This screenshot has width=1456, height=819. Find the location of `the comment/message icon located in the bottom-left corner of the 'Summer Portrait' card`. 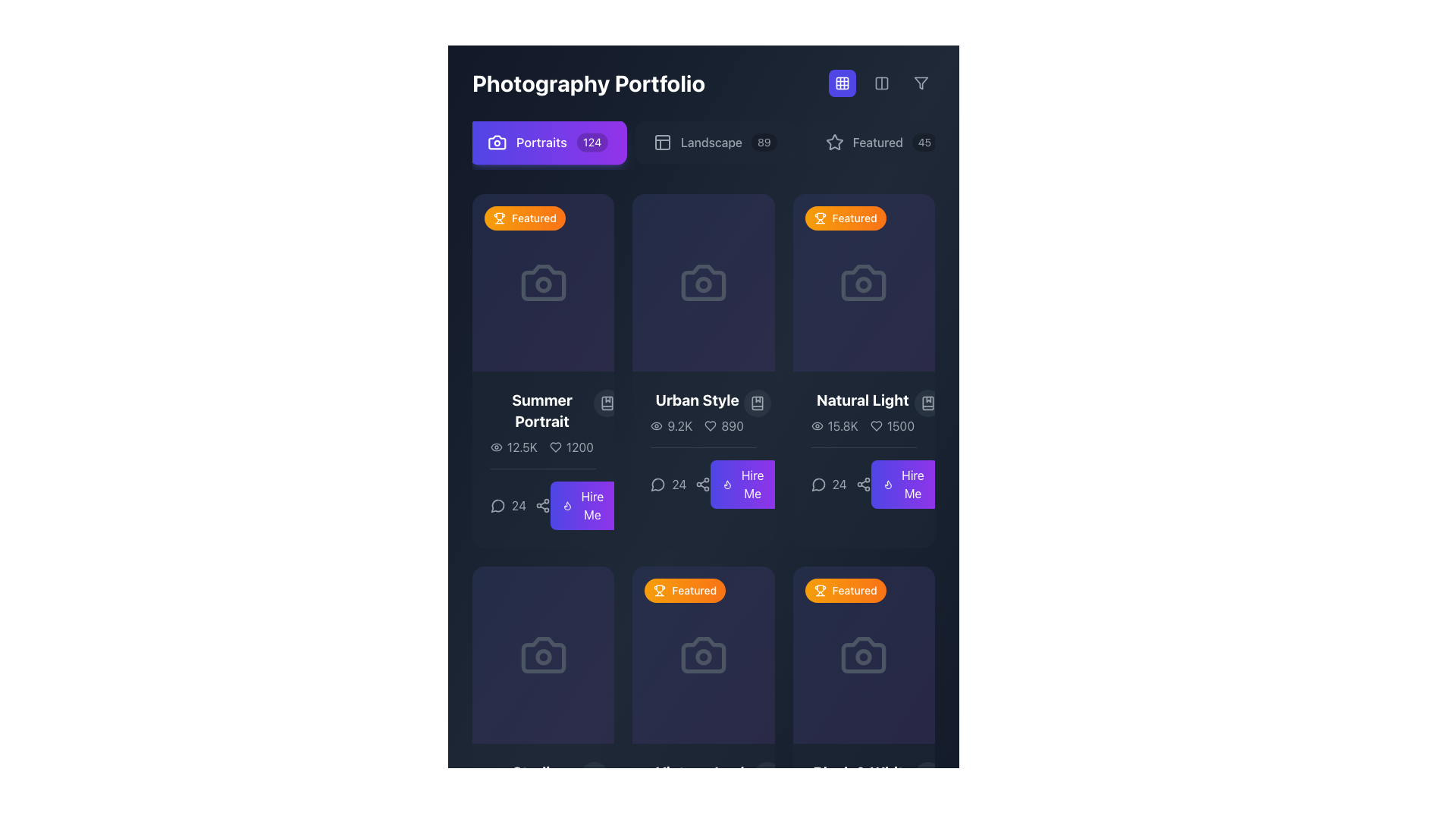

the comment/message icon located in the bottom-left corner of the 'Summer Portrait' card is located at coordinates (497, 506).